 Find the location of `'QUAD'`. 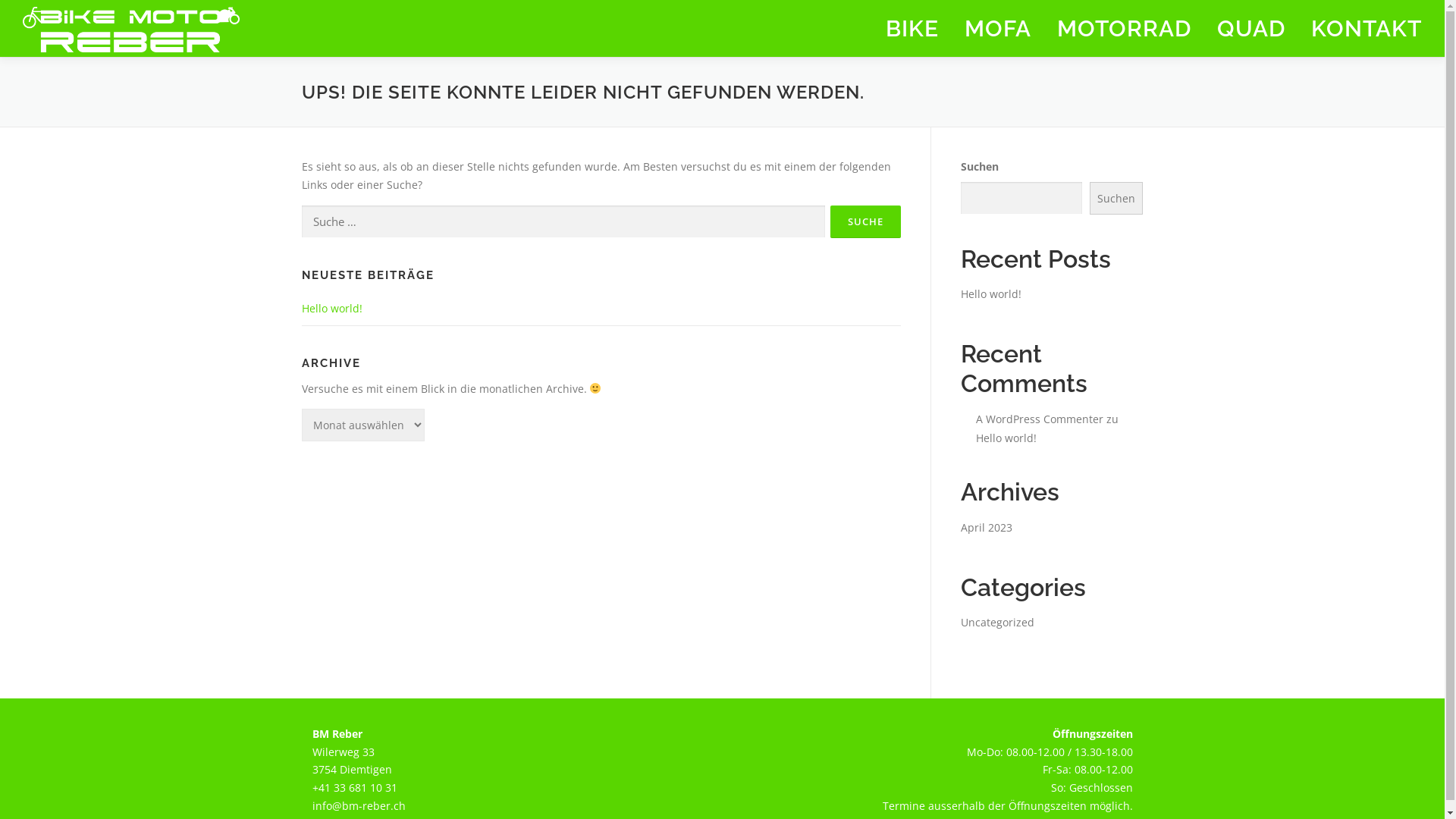

'QUAD' is located at coordinates (1251, 28).